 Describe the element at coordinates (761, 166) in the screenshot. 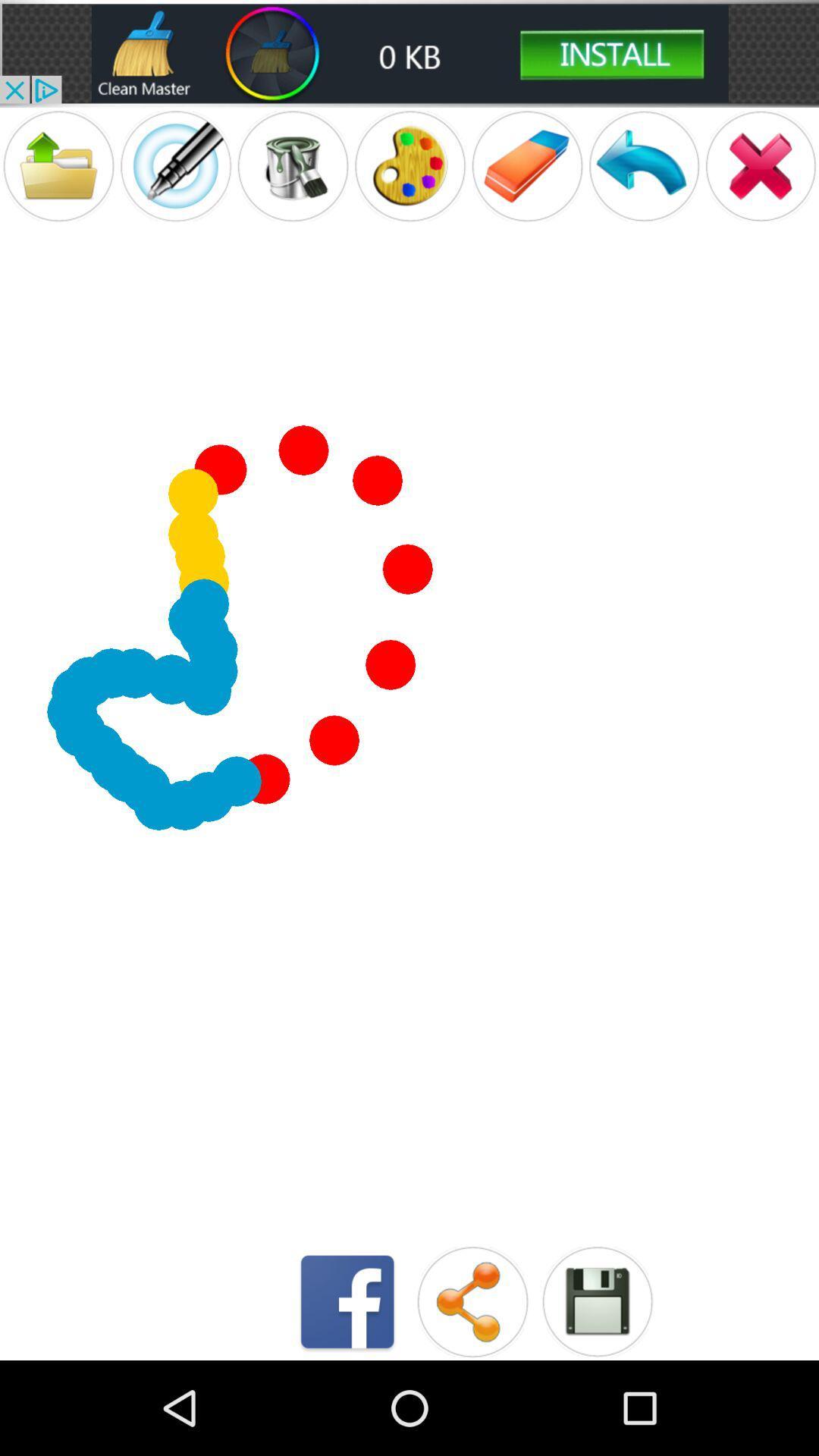

I see `close` at that location.